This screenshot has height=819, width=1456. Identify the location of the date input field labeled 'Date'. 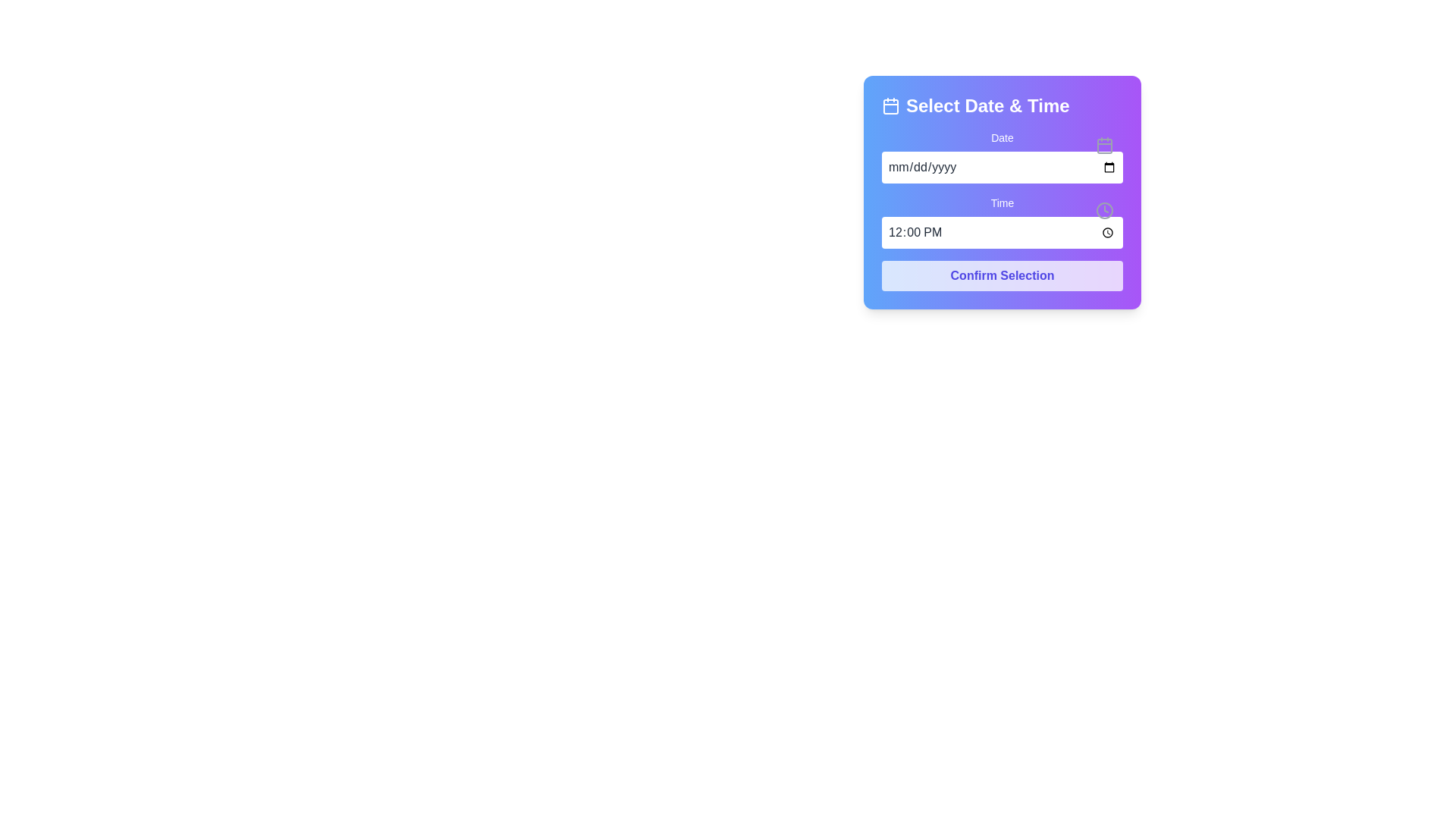
(1002, 157).